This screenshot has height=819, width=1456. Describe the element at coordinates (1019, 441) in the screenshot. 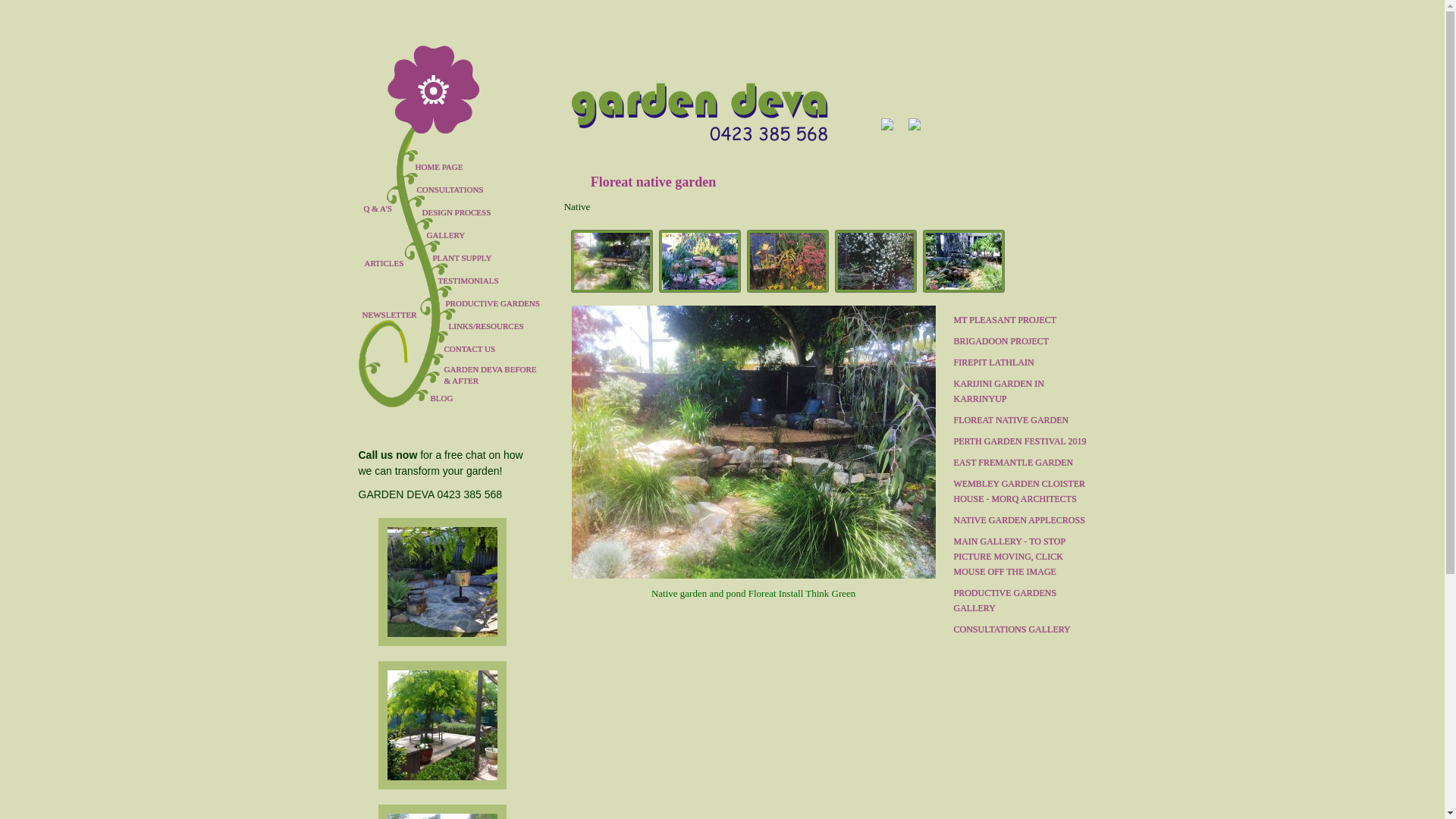

I see `'PERTH GARDEN FESTIVAL 2019'` at that location.